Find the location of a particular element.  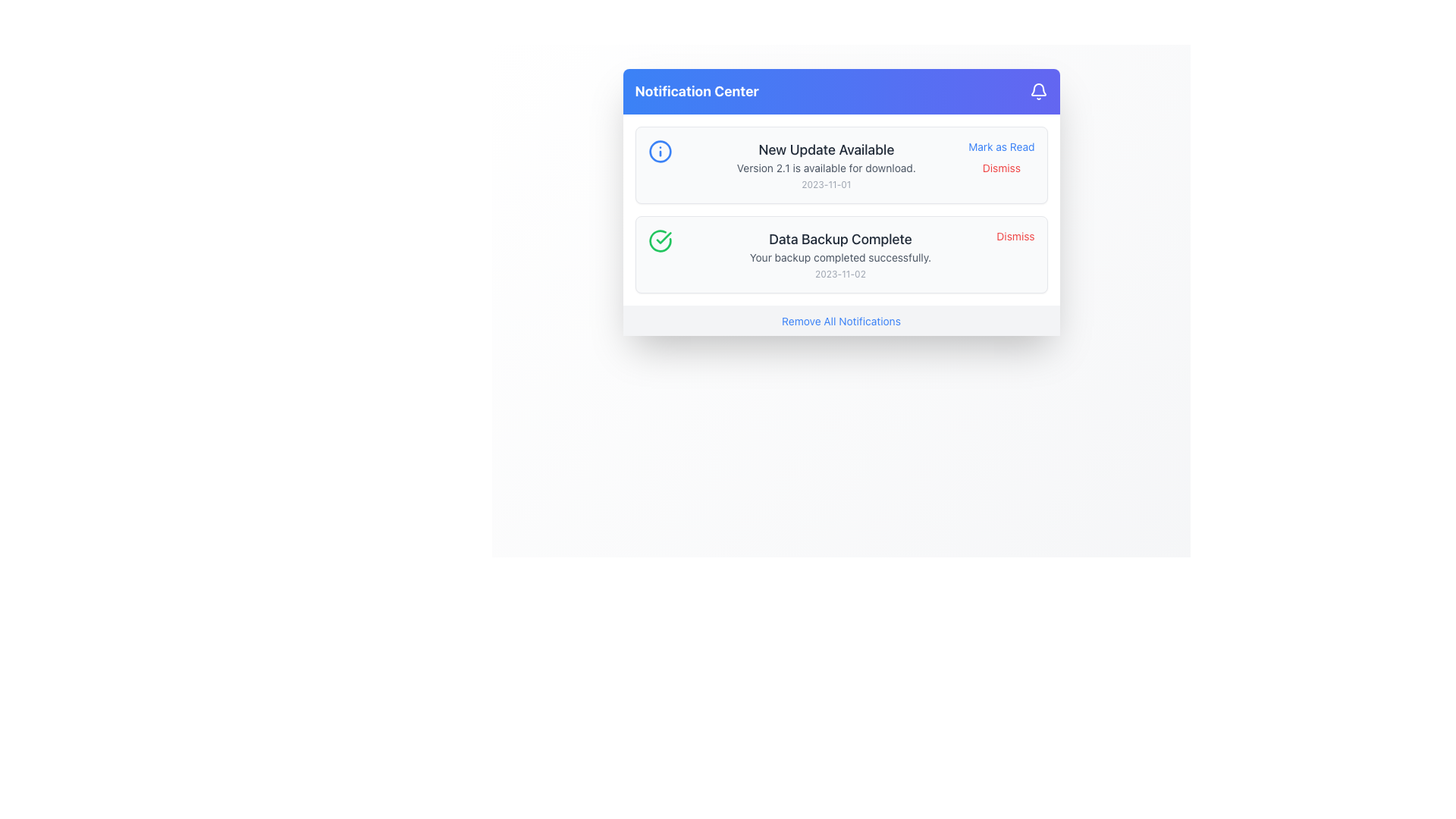

the interactive text link 'Remove All Notifications' located at the bottom of the Notification Center is located at coordinates (840, 320).